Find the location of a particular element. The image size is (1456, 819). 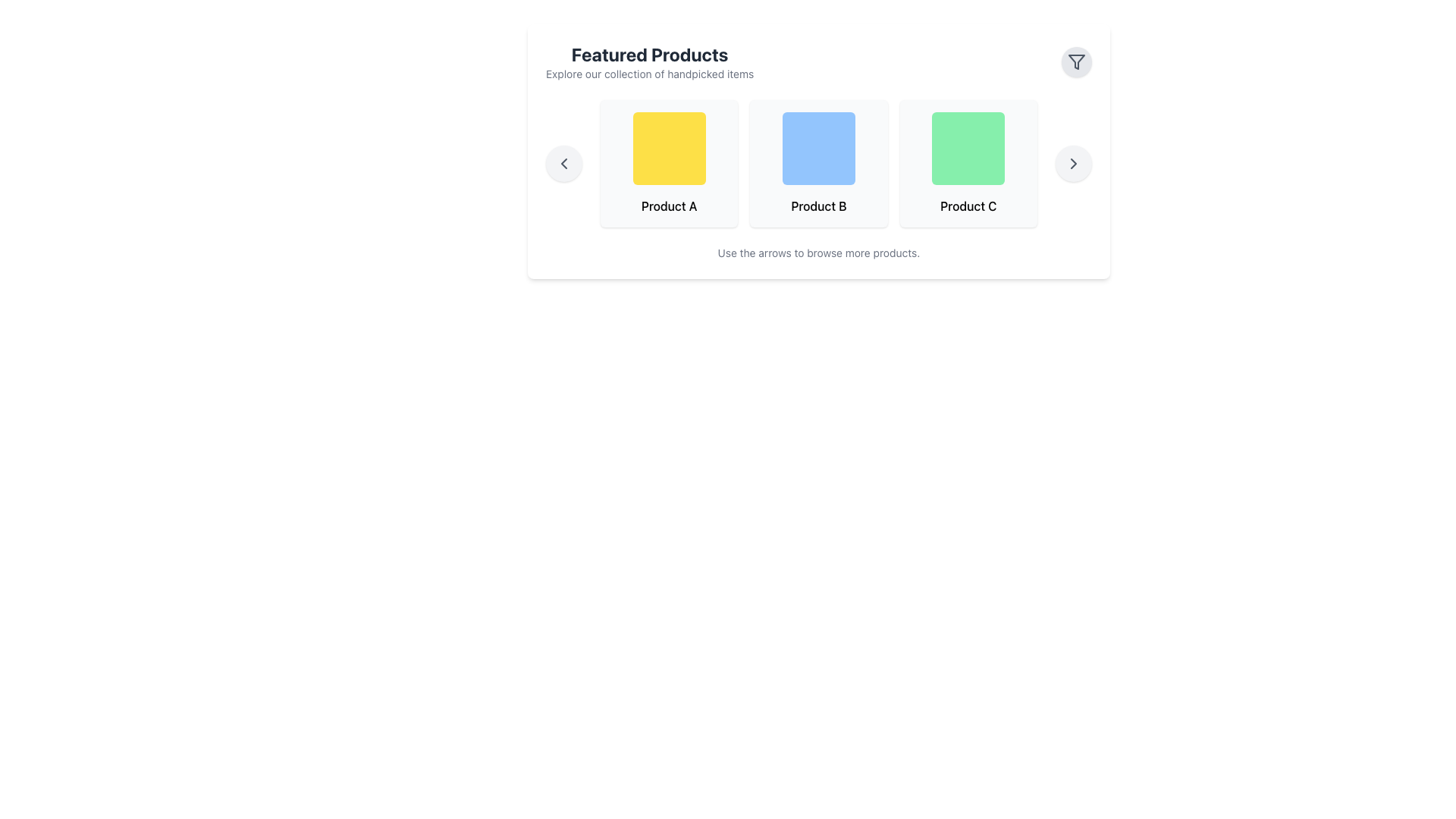

the Grid Layout element located below the 'Featured Products' heading, which displays three product sections labeled 'Product A', 'Product B', and 'Product C' is located at coordinates (818, 164).